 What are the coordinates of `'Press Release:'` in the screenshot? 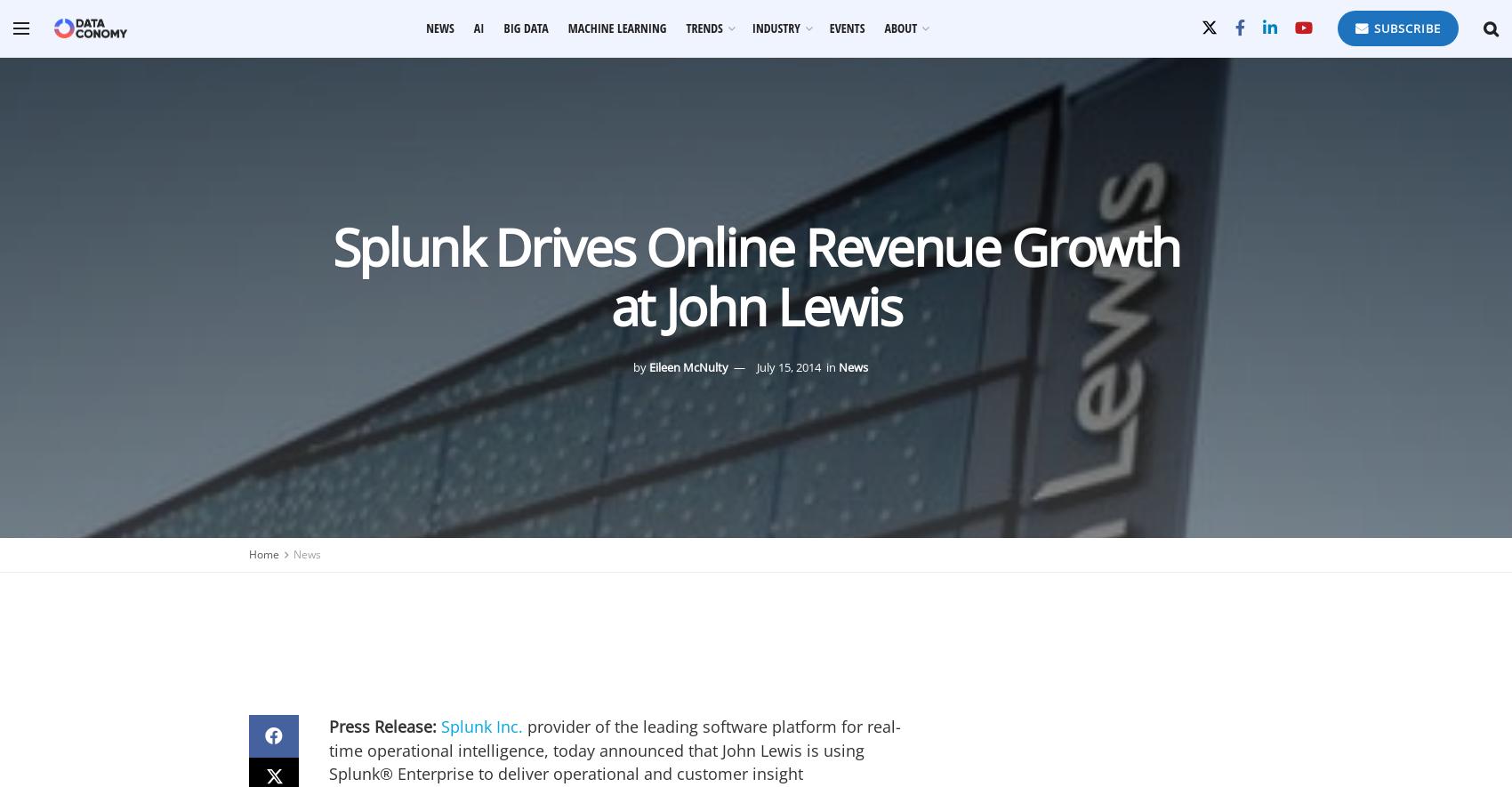 It's located at (327, 727).